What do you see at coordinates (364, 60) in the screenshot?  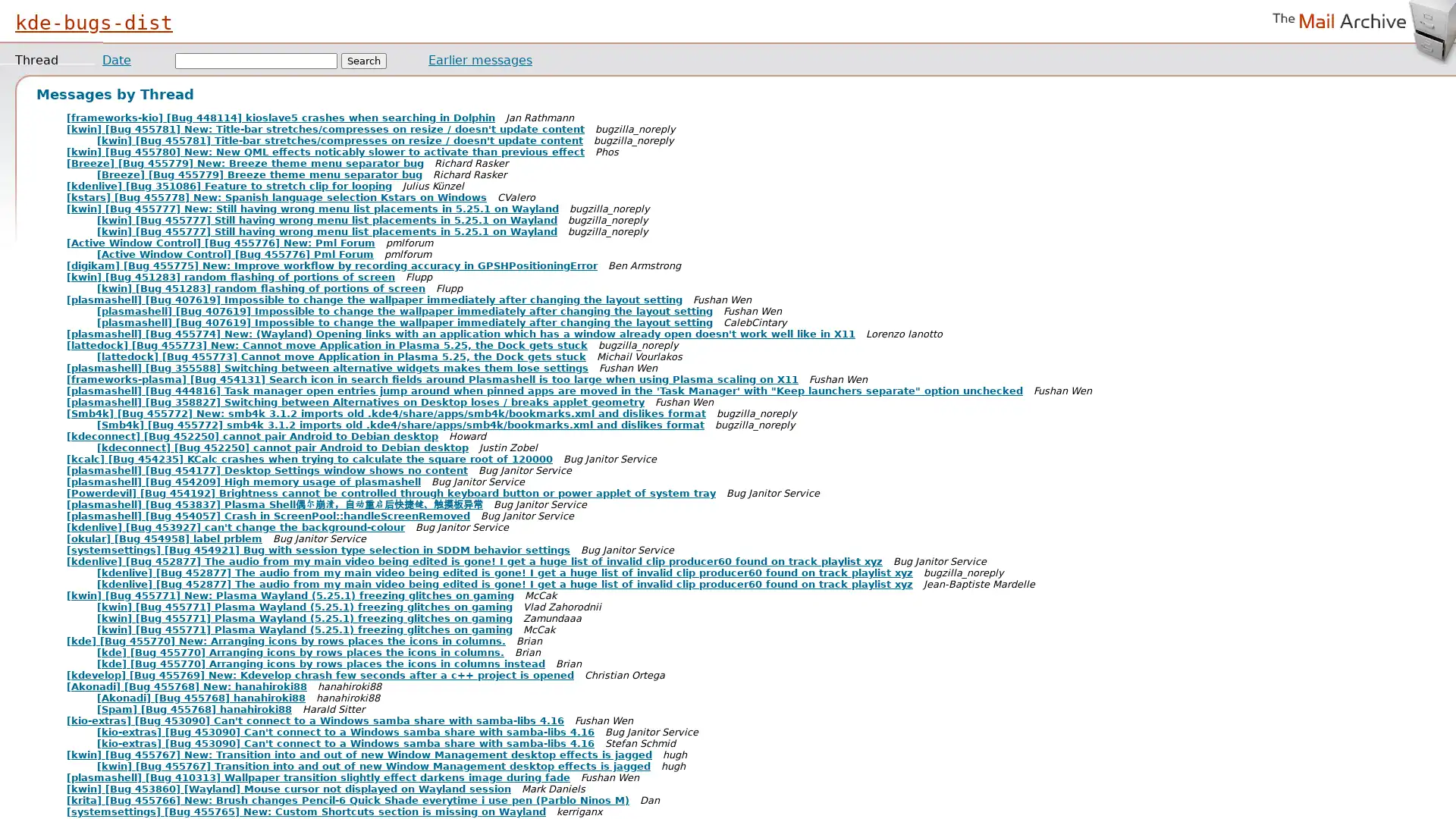 I see `Search` at bounding box center [364, 60].